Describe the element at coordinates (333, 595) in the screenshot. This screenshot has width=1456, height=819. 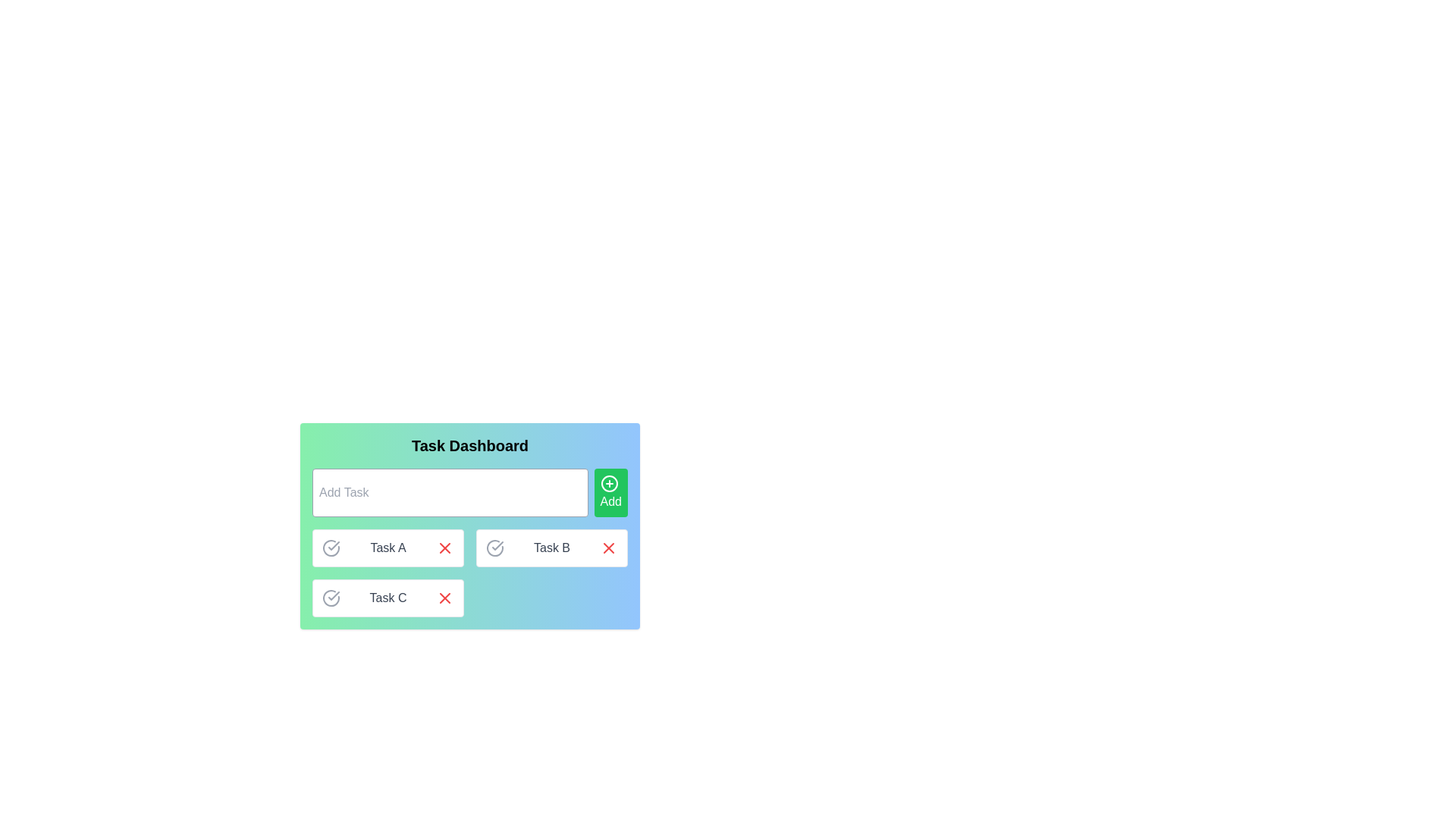
I see `the button-like interactive element styled as an icon to mark the associated task 'Task C' as completed` at that location.